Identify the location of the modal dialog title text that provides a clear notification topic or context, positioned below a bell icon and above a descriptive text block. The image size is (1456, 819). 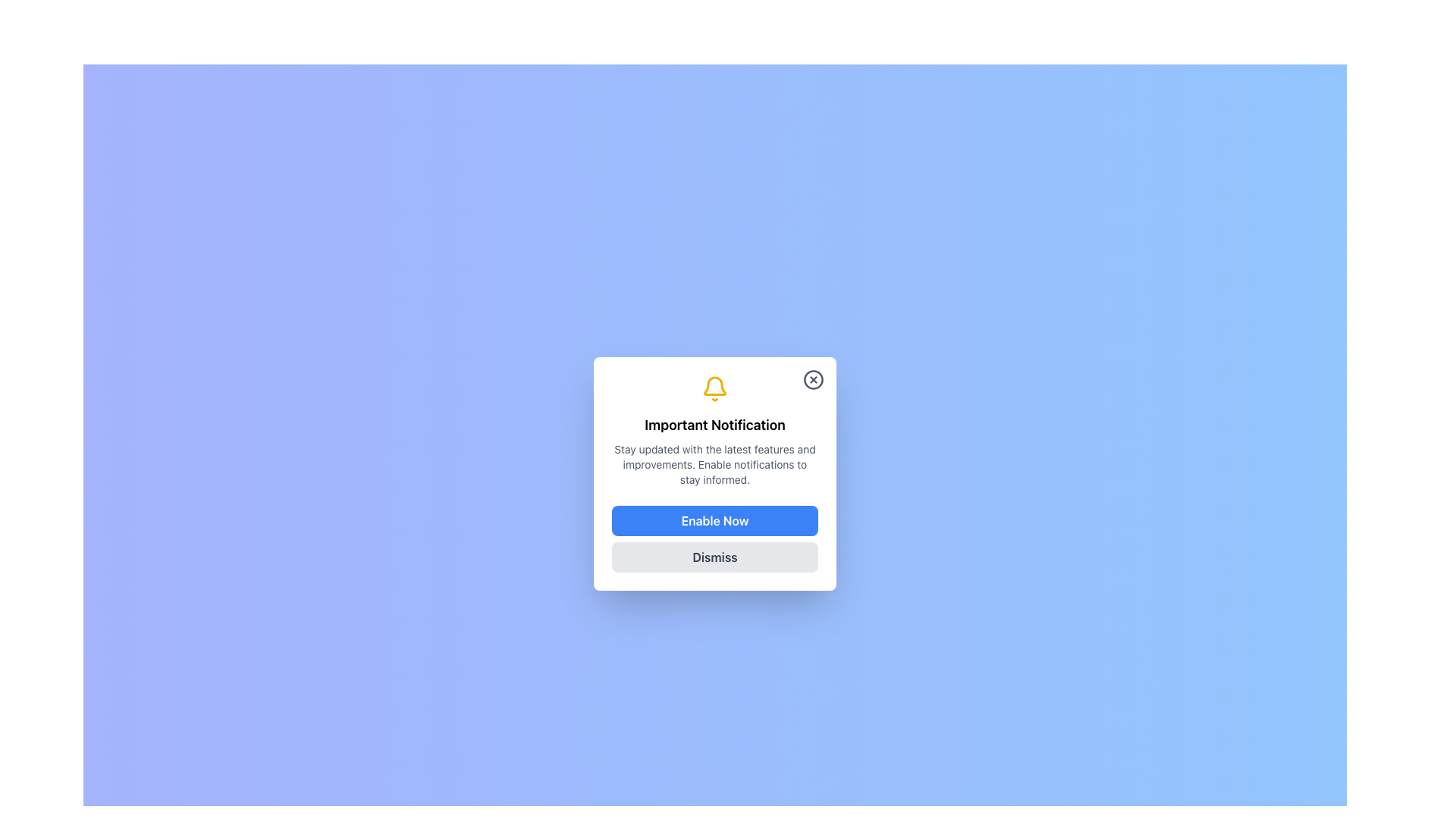
(714, 425).